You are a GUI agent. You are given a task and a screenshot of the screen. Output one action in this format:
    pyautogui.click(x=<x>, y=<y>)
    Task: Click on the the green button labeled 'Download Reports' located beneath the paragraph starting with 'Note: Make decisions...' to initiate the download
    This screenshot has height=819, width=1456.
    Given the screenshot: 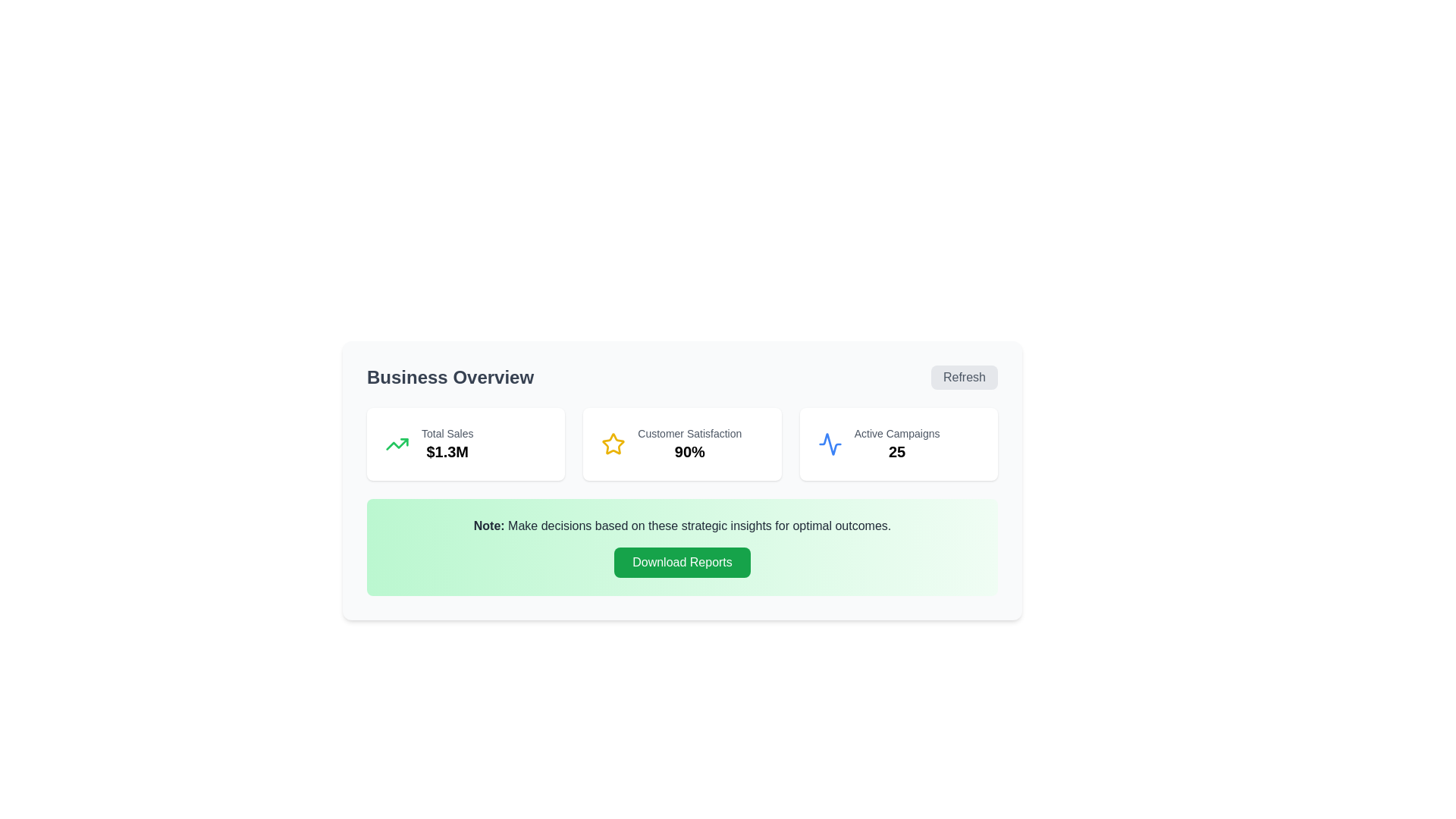 What is the action you would take?
    pyautogui.click(x=682, y=547)
    